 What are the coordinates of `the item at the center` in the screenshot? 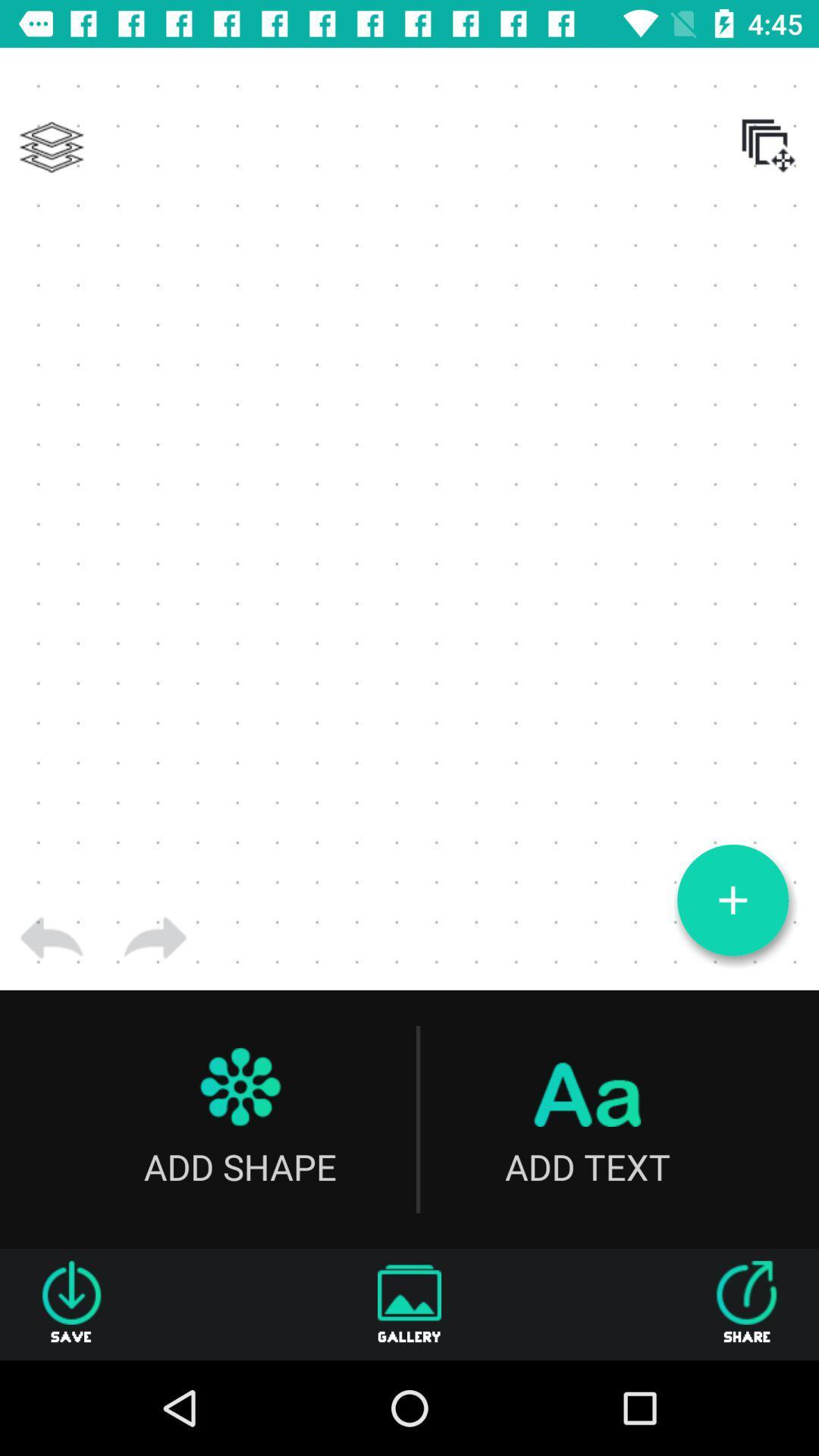 It's located at (409, 519).